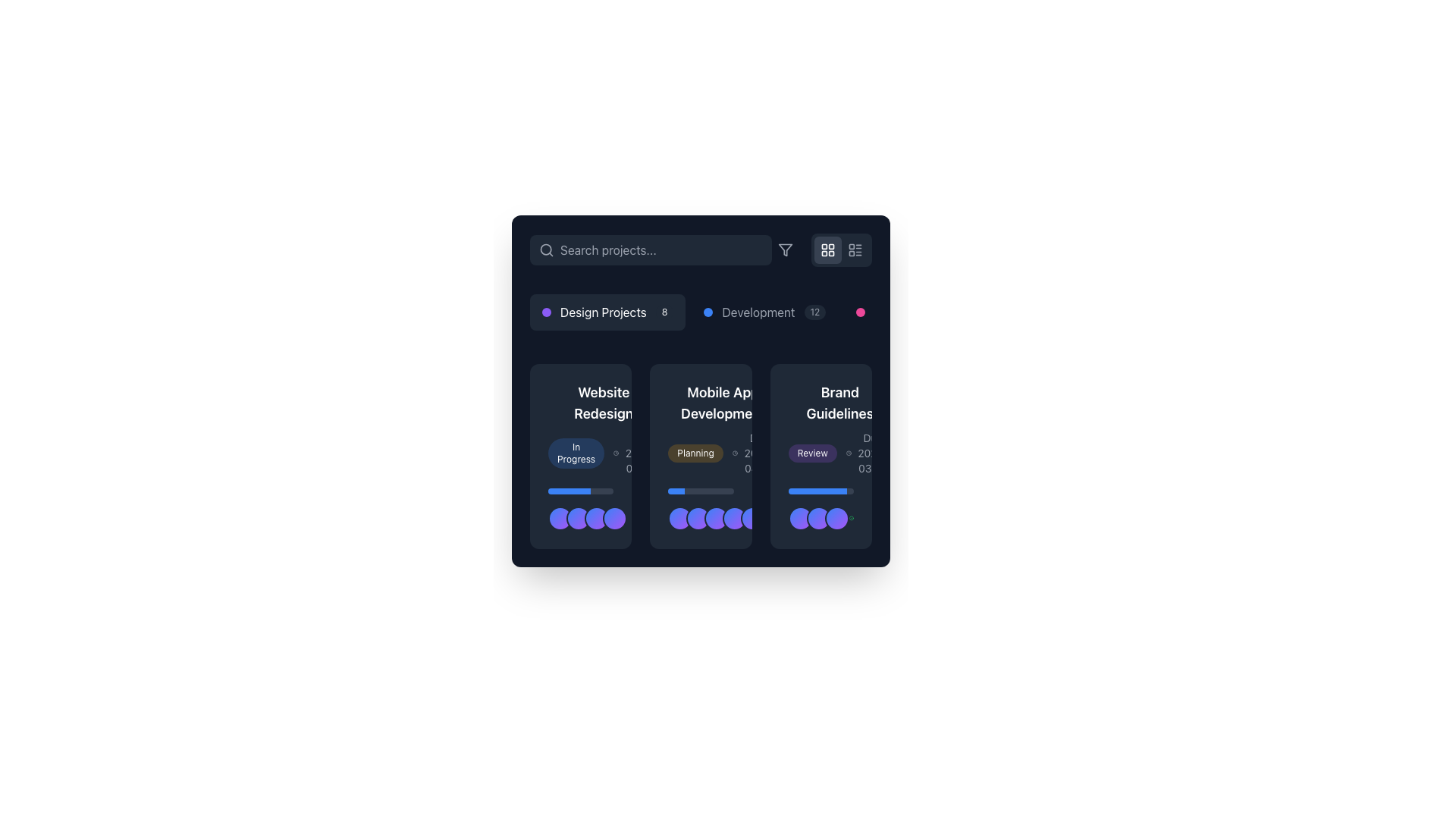  Describe the element at coordinates (861, 312) in the screenshot. I see `the circular status indicator located at the top-right section of the application, preceding the label 'Marketing' and badge '5', to check for visual status indication` at that location.